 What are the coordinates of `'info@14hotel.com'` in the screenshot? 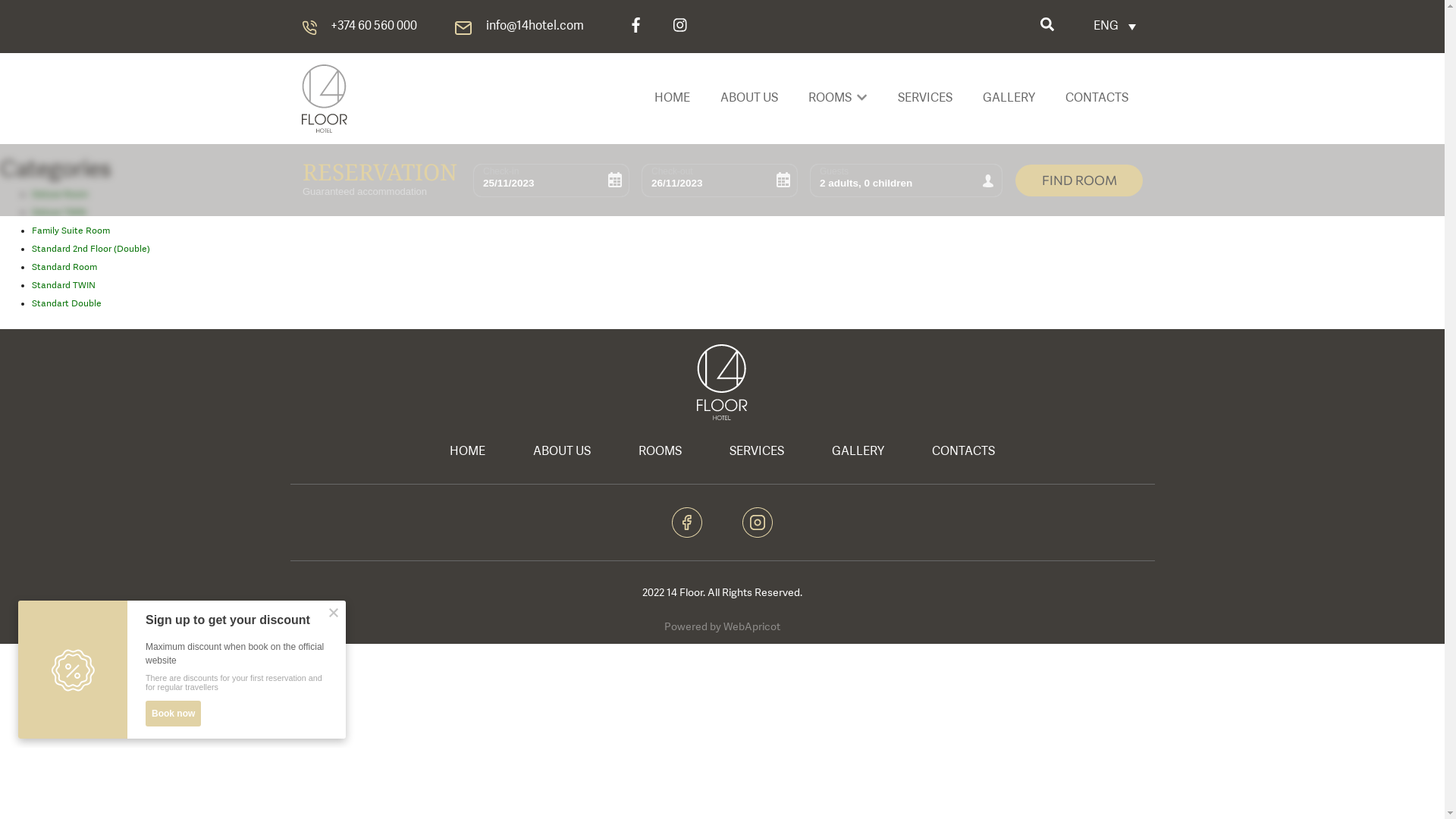 It's located at (534, 26).